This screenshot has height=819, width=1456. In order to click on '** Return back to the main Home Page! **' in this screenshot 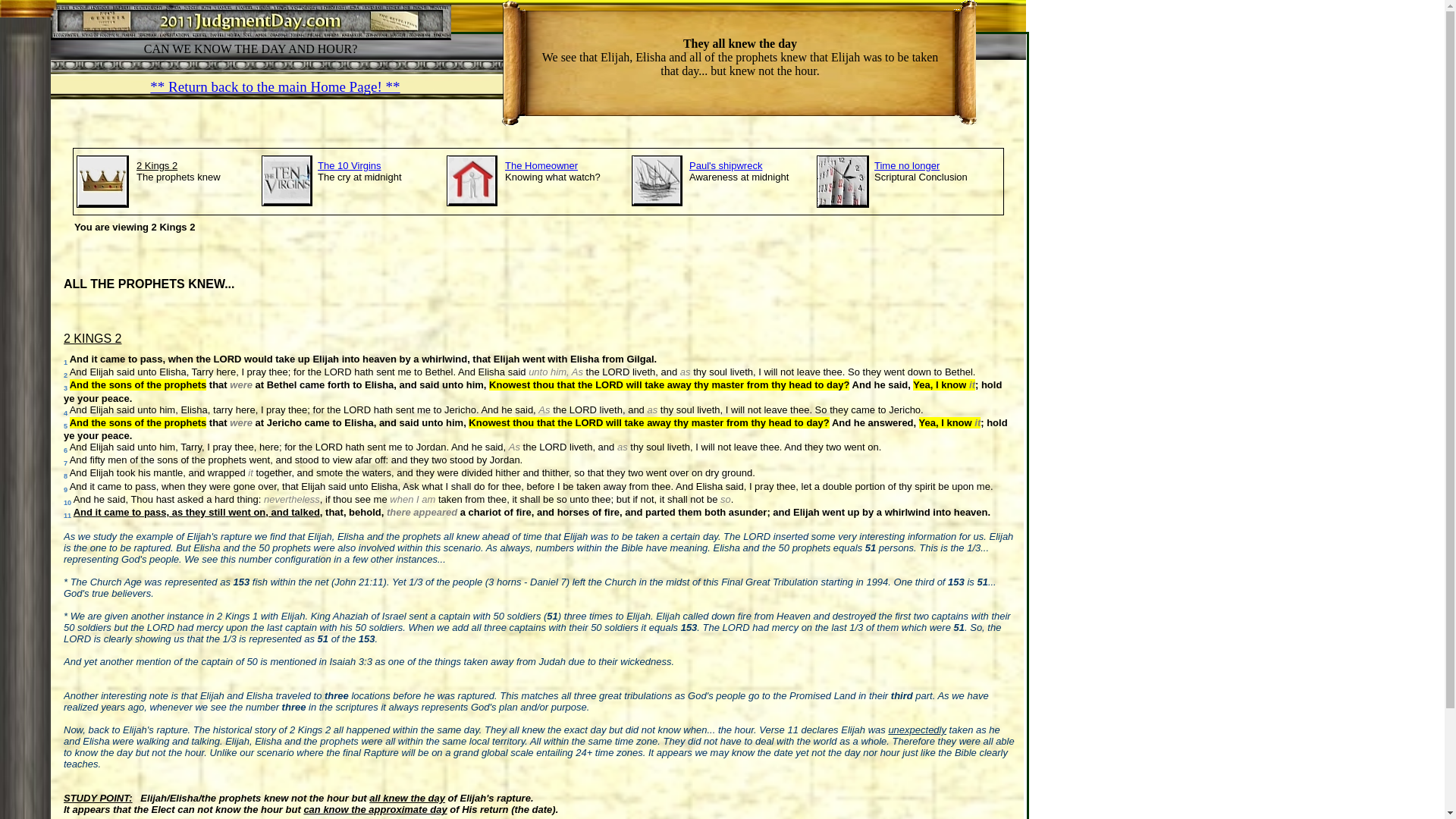, I will do `click(275, 86)`.